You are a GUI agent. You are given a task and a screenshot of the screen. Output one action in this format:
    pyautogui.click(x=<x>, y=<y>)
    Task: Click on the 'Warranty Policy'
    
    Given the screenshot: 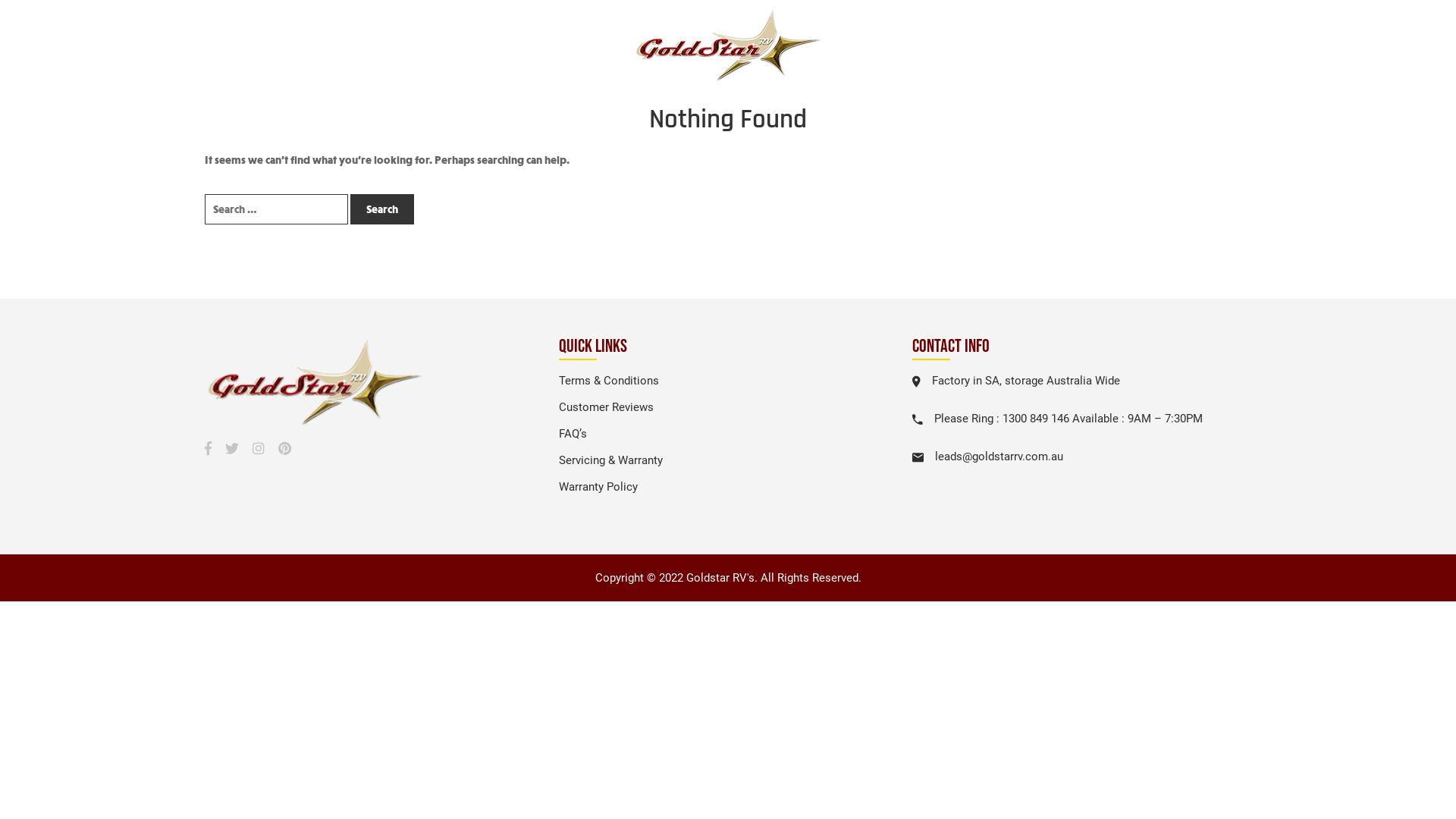 What is the action you would take?
    pyautogui.click(x=597, y=486)
    